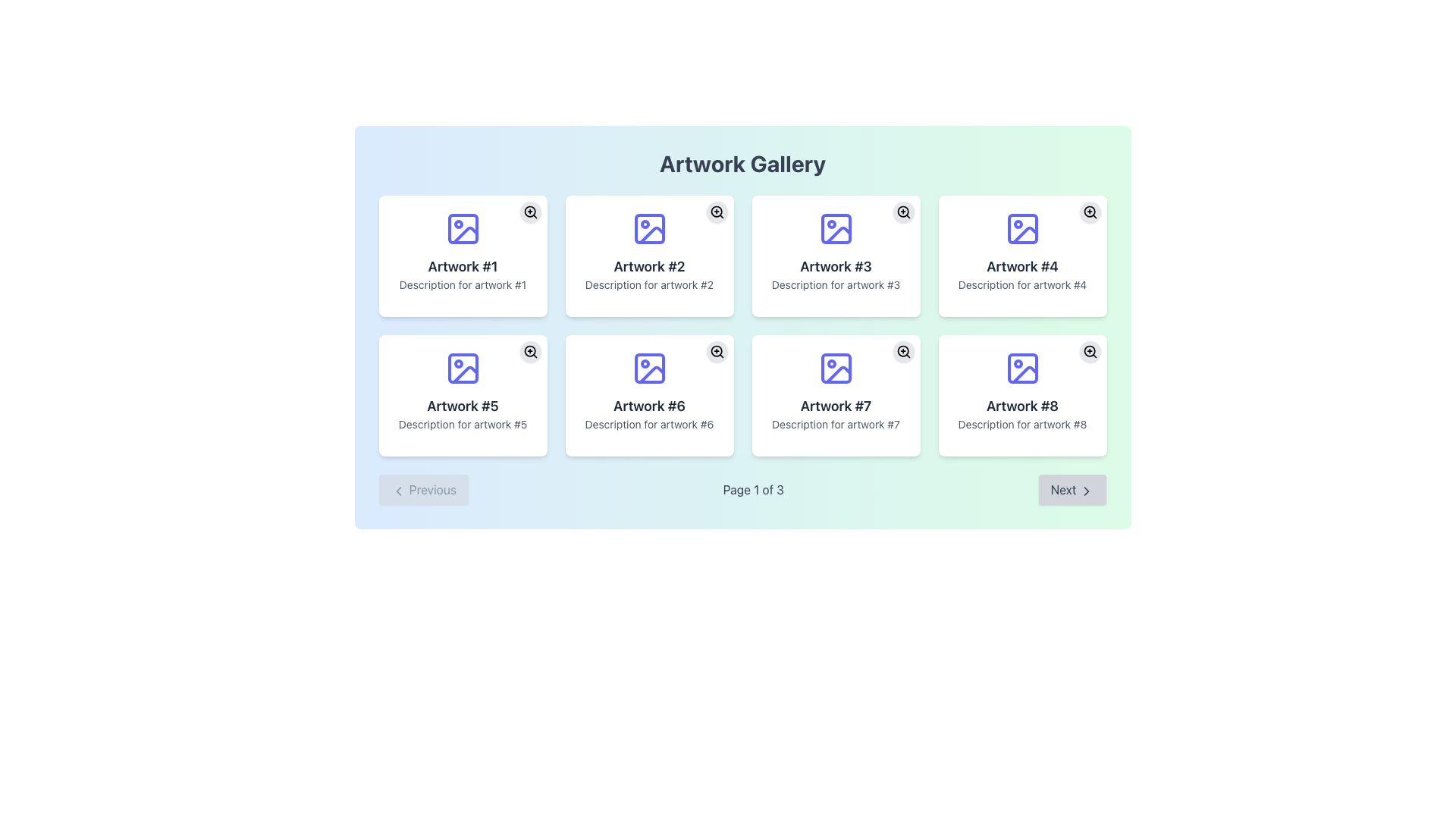 The width and height of the screenshot is (1456, 819). I want to click on the 'Previous' button with a rounded border and gray background, so click(422, 489).